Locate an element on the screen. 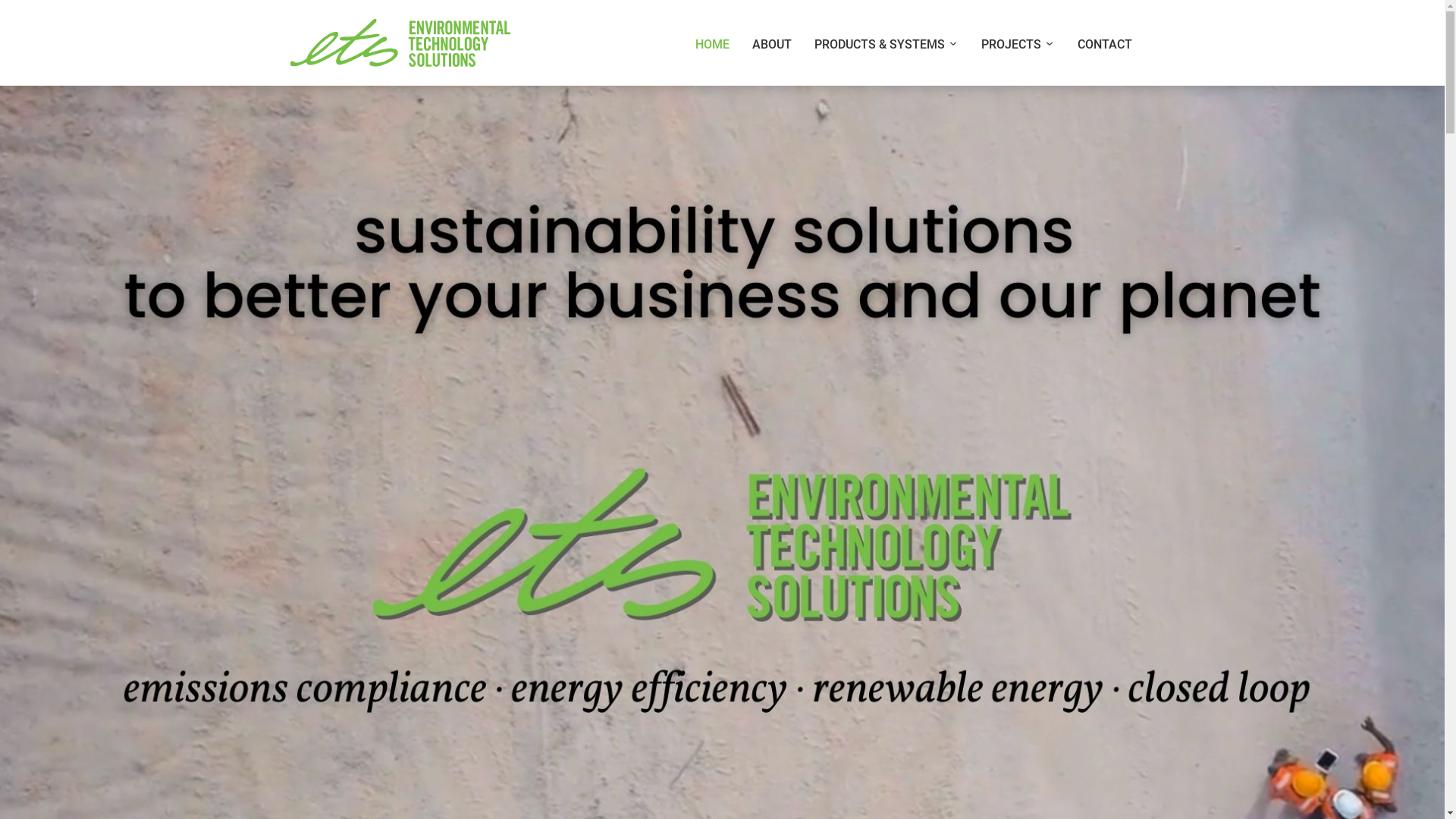  'ABOUT' is located at coordinates (771, 43).